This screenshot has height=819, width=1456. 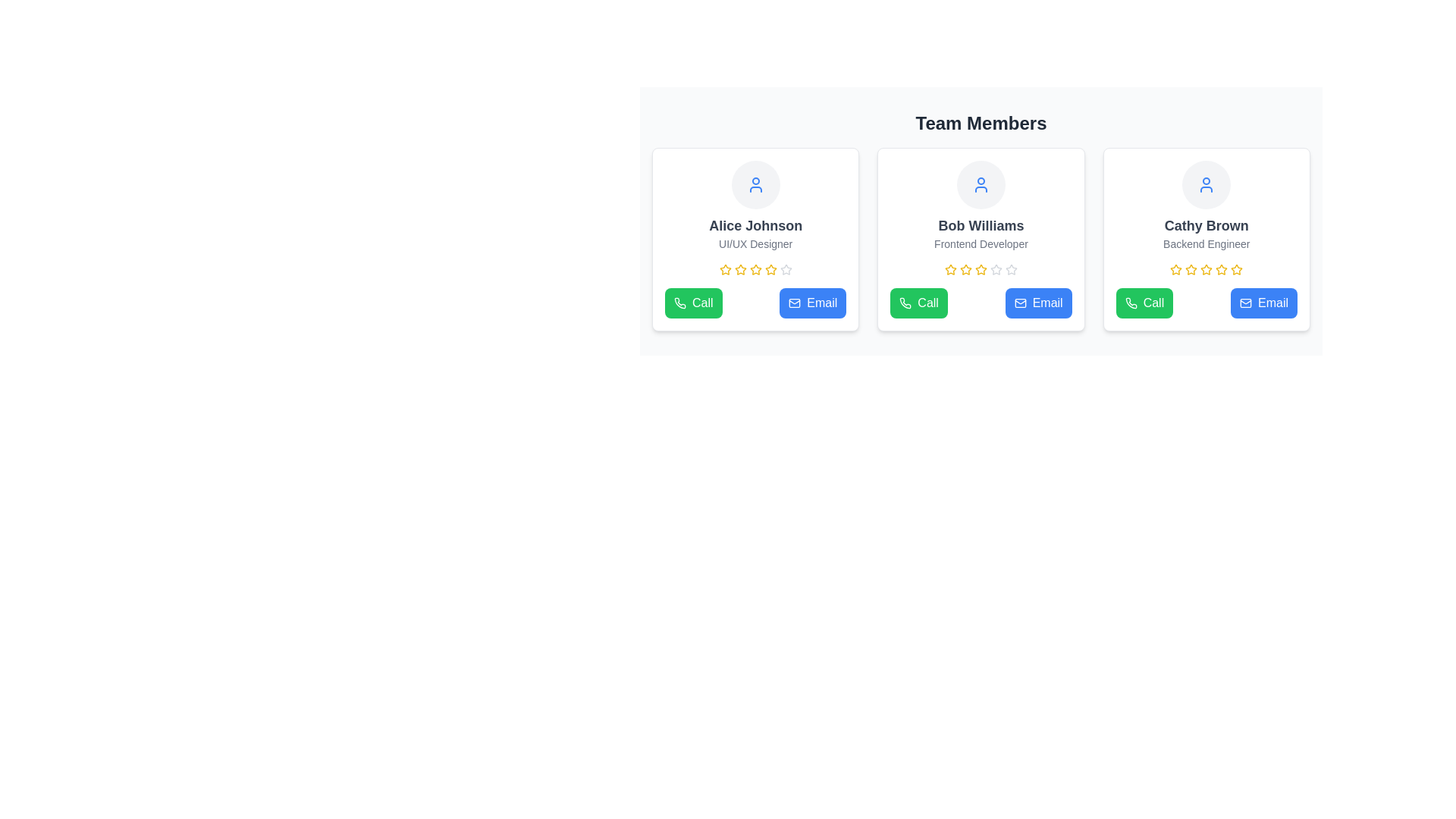 What do you see at coordinates (1206, 268) in the screenshot?
I see `the second star-shaped icon in the rating row below the 'Cathy Brown' card in the 'Team Members' section` at bounding box center [1206, 268].